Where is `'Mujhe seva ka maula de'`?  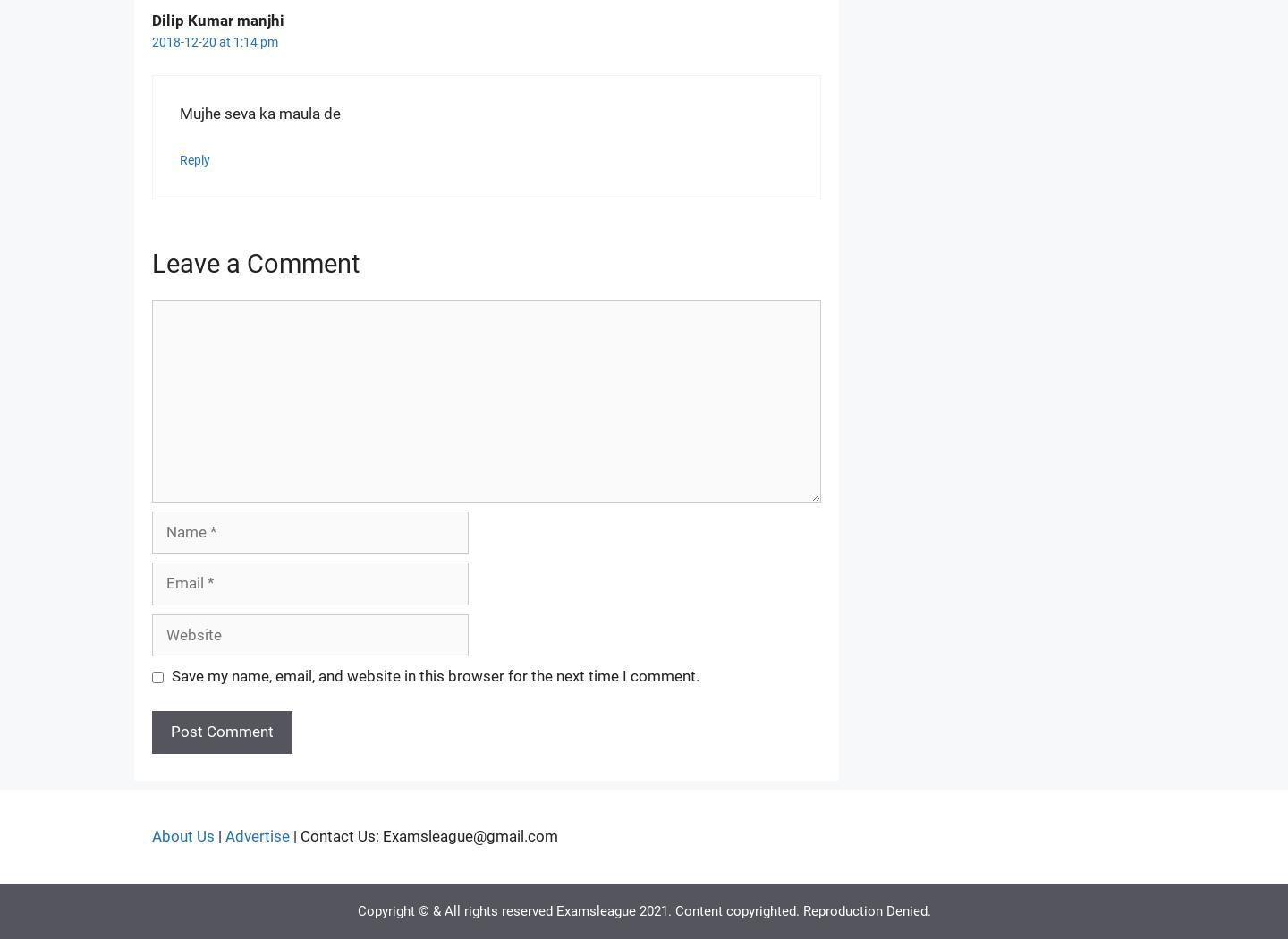
'Mujhe seva ka maula de' is located at coordinates (259, 113).